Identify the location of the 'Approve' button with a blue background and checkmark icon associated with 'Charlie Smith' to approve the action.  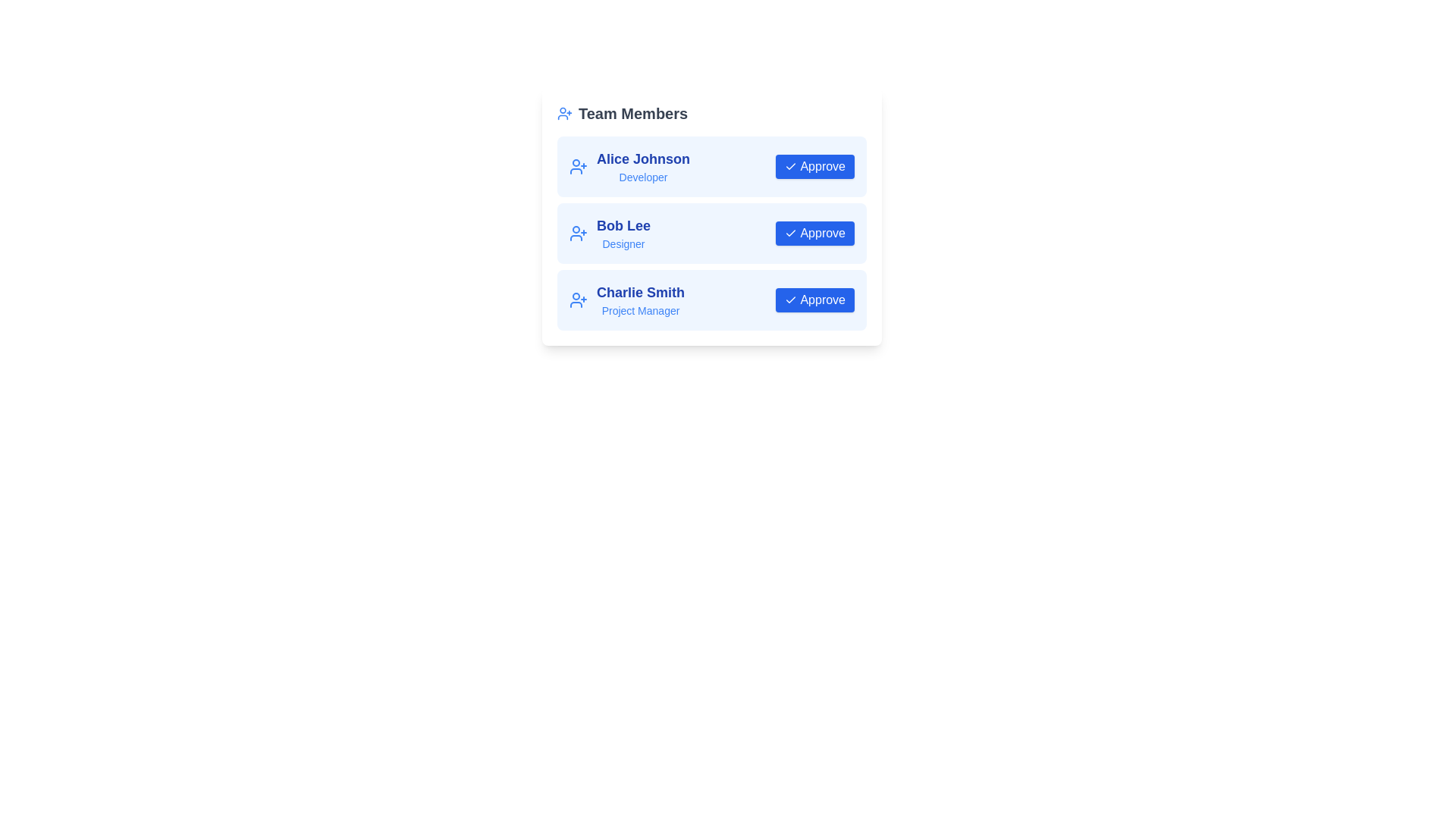
(814, 300).